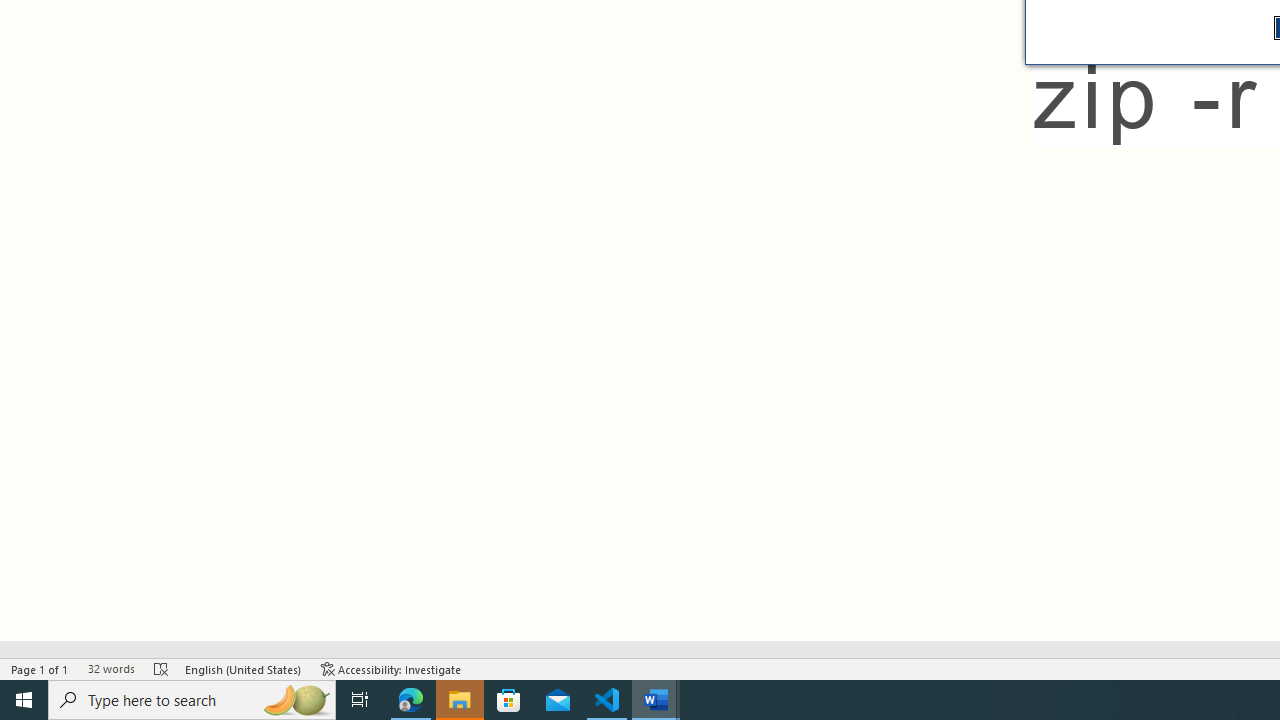 This screenshot has width=1280, height=720. I want to click on 'Search highlights icon opens search home window', so click(294, 698).